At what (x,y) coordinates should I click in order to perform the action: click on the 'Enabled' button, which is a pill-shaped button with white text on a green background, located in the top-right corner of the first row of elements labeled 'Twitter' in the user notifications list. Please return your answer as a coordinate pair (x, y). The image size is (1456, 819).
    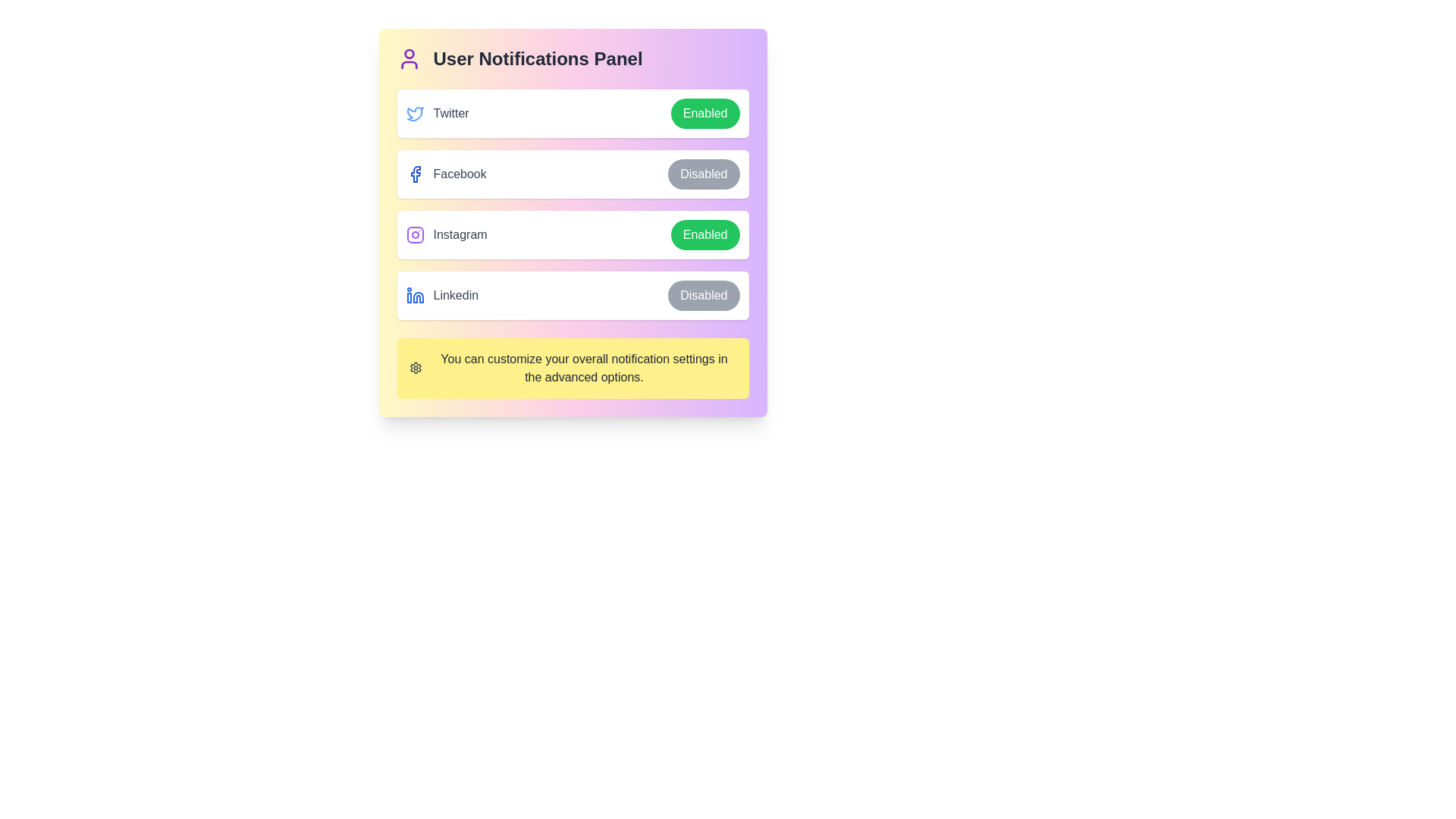
    Looking at the image, I should click on (704, 113).